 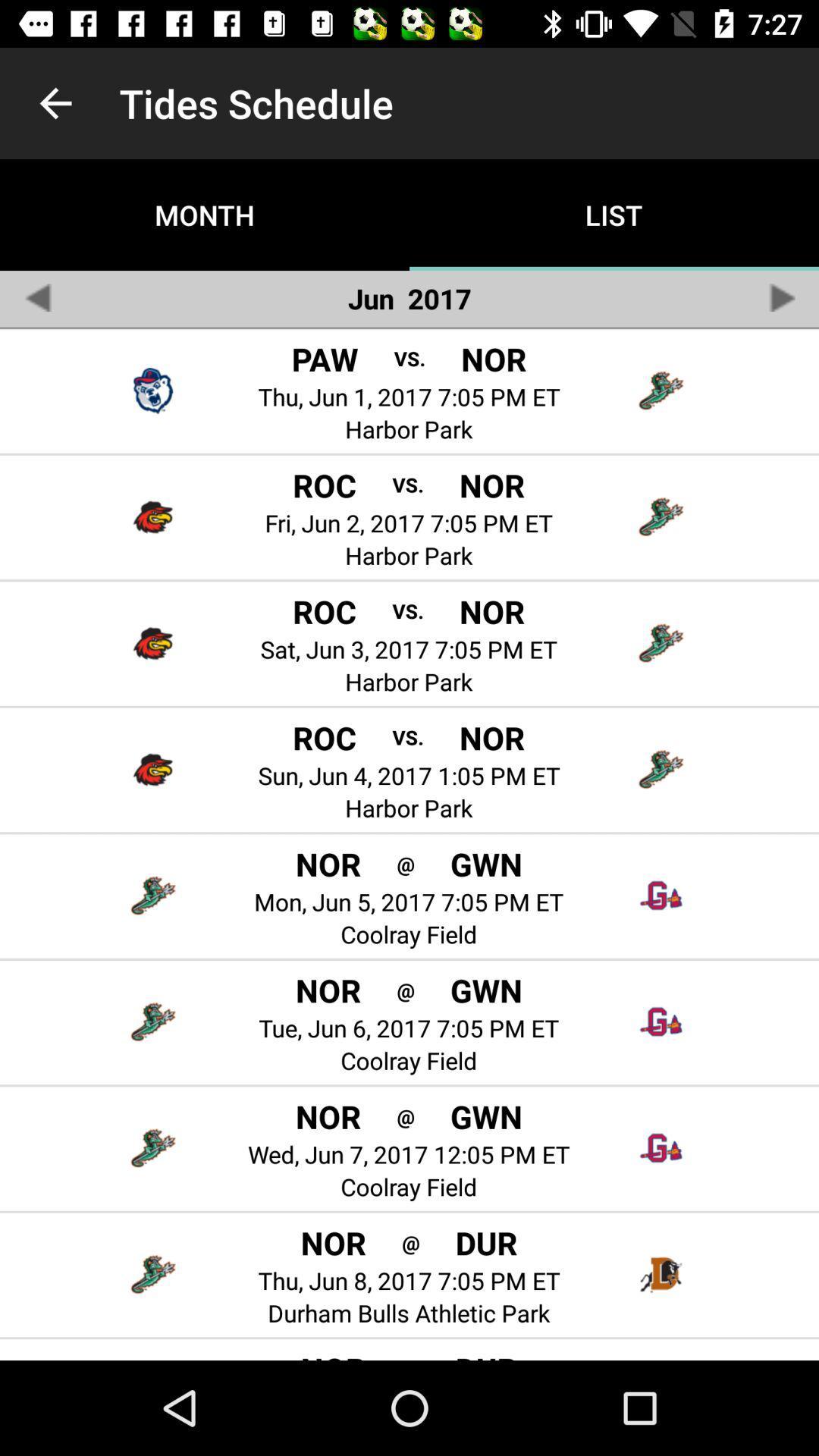 I want to click on the icon to the left of the dur icon, so click(x=410, y=1242).